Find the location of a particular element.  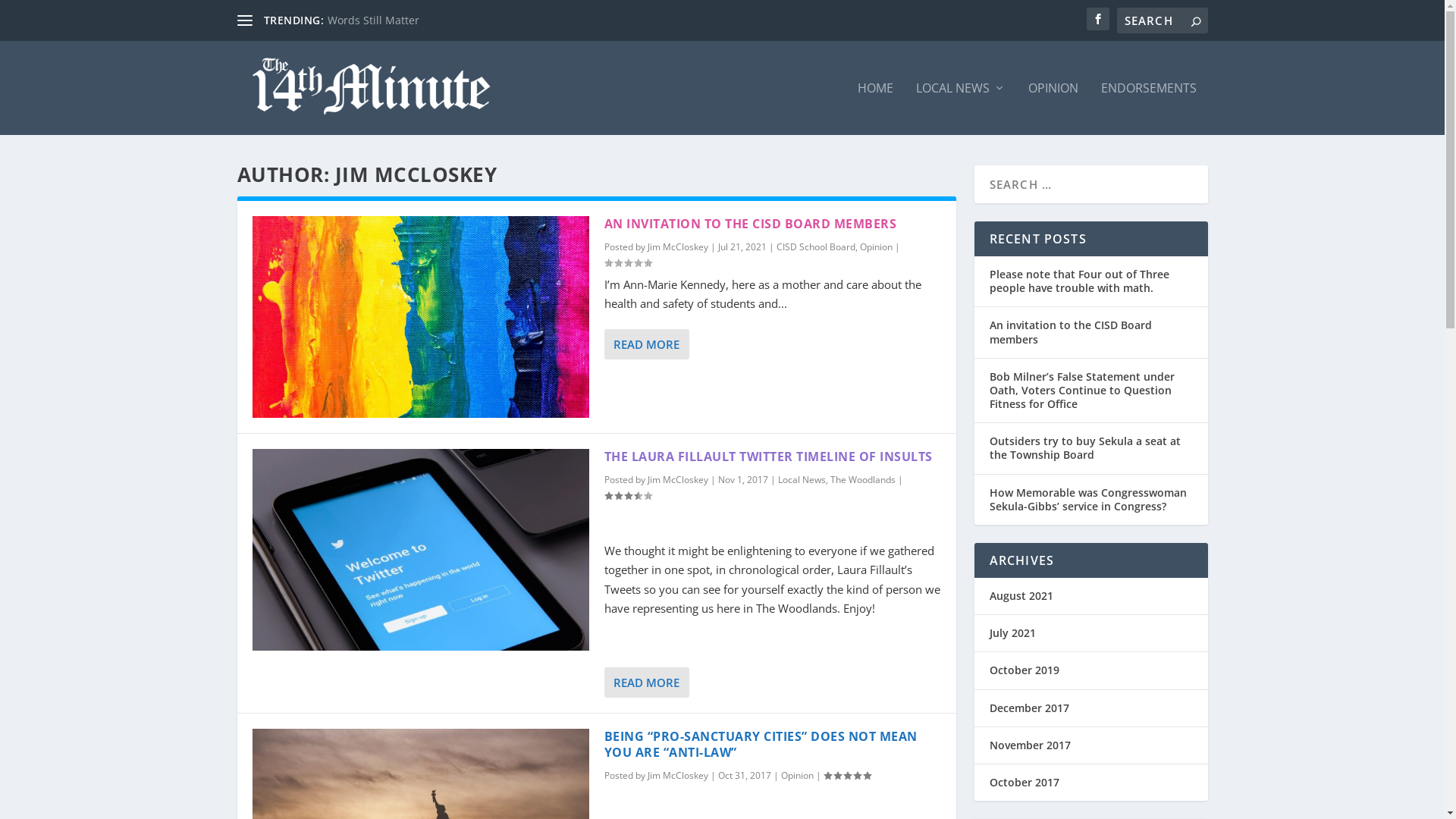

'Words Still Matter' is located at coordinates (373, 20).